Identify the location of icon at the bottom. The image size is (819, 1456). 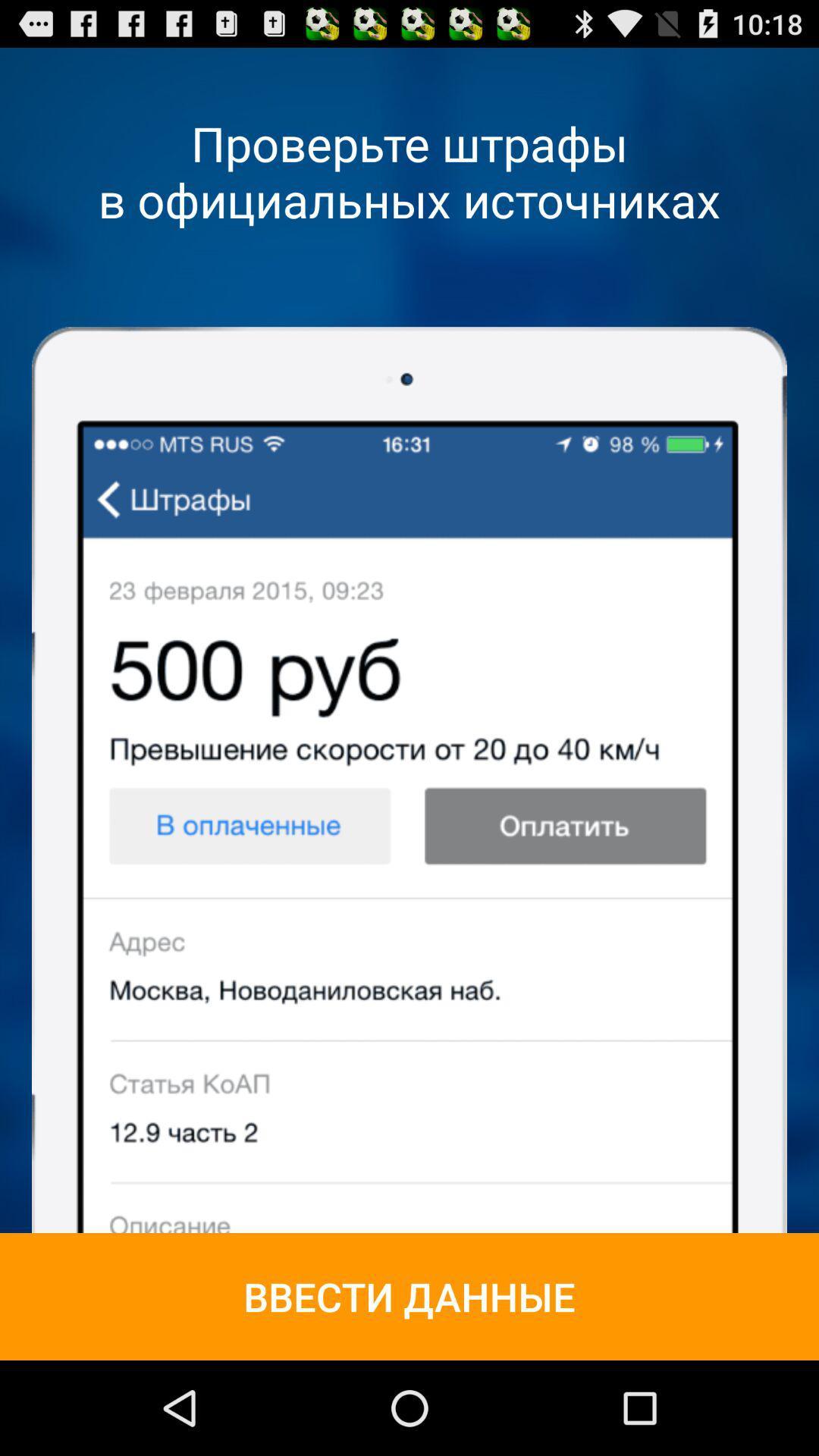
(409, 1295).